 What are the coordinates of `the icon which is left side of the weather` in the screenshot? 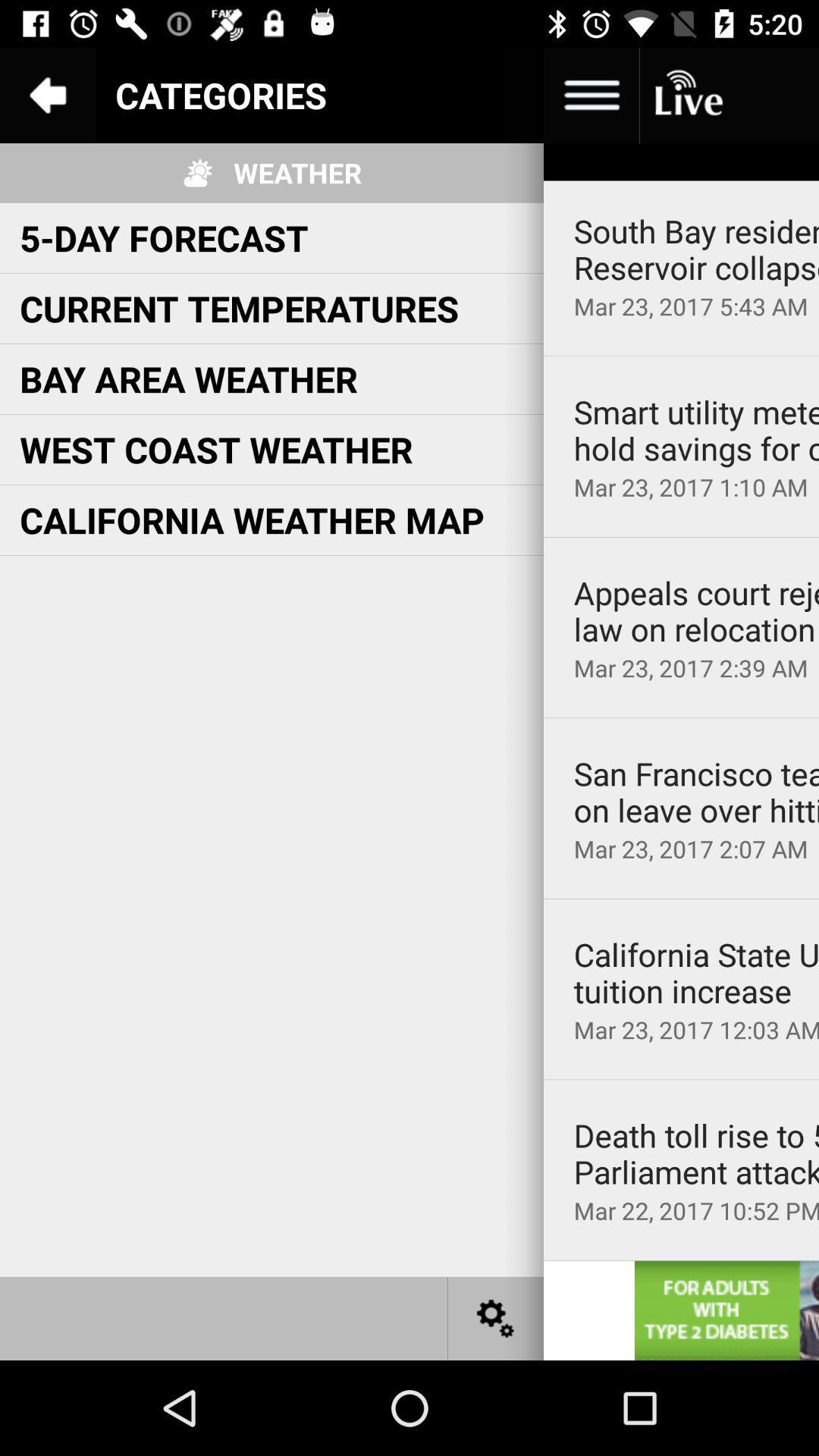 It's located at (197, 173).